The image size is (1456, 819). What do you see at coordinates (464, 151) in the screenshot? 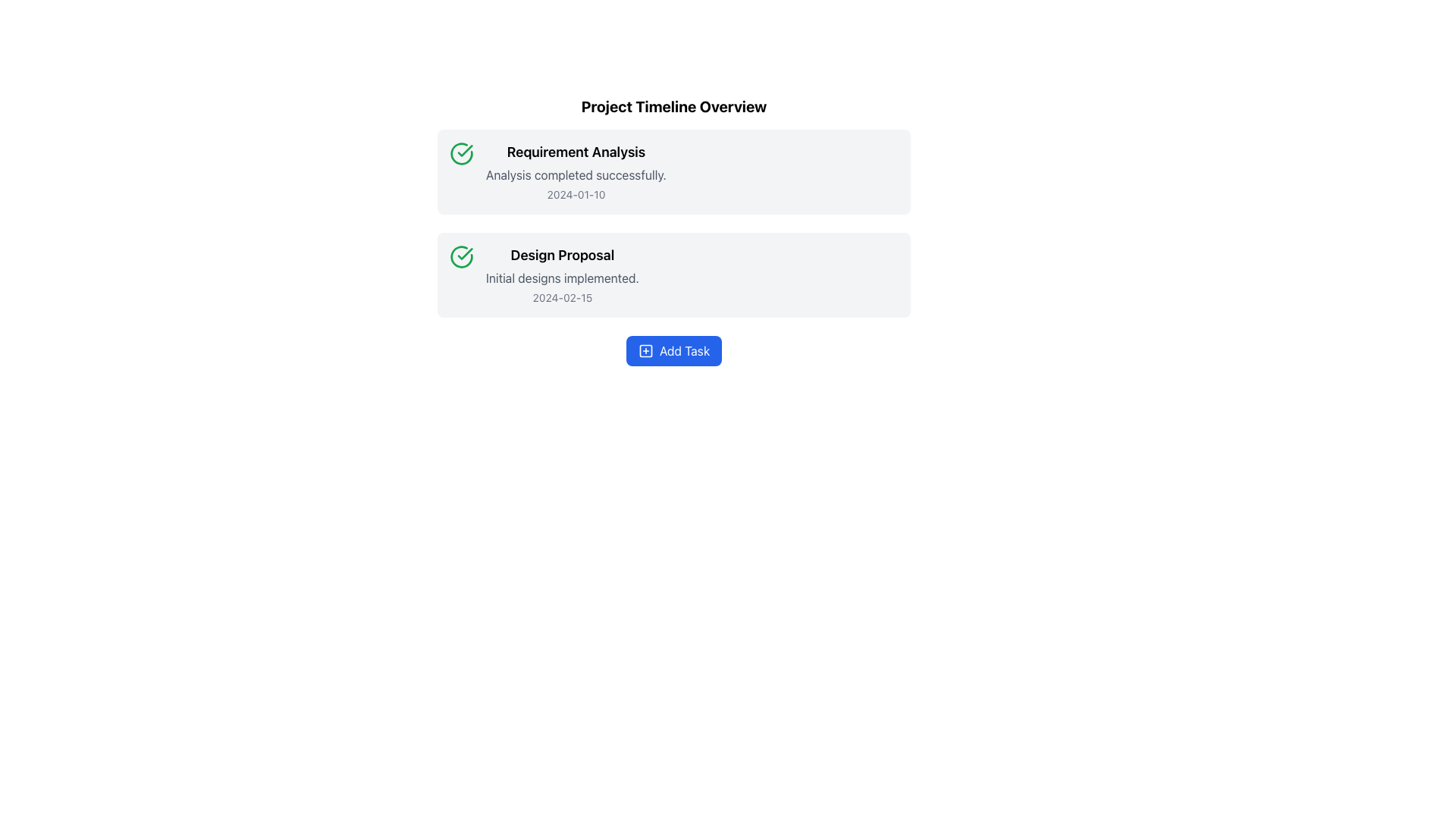
I see `the checkmark icon located to the left of the title text in the 'Requirement Analysis' card, which signifies task completion` at bounding box center [464, 151].